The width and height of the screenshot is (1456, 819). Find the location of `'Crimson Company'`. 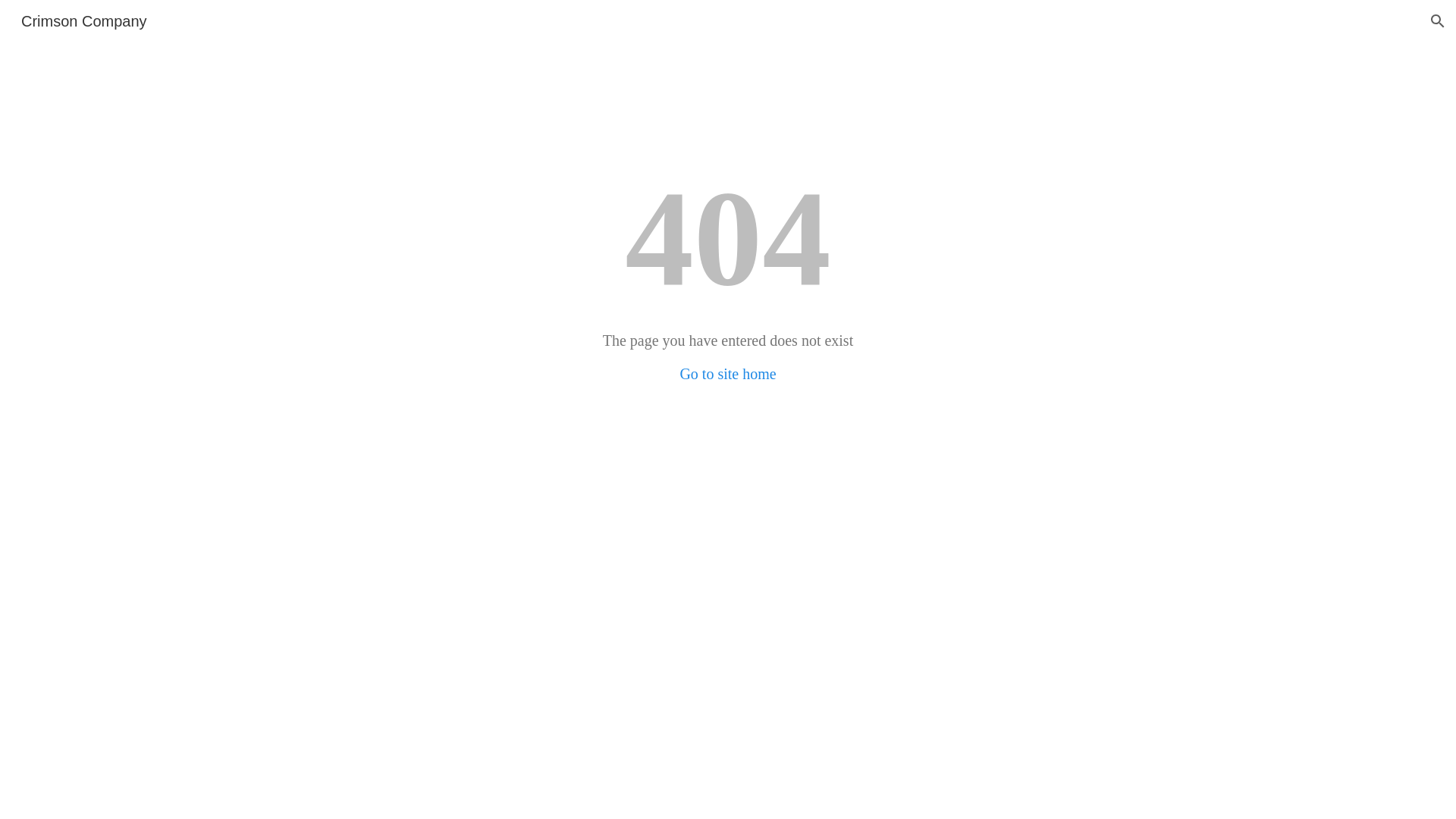

'Crimson Company' is located at coordinates (83, 20).